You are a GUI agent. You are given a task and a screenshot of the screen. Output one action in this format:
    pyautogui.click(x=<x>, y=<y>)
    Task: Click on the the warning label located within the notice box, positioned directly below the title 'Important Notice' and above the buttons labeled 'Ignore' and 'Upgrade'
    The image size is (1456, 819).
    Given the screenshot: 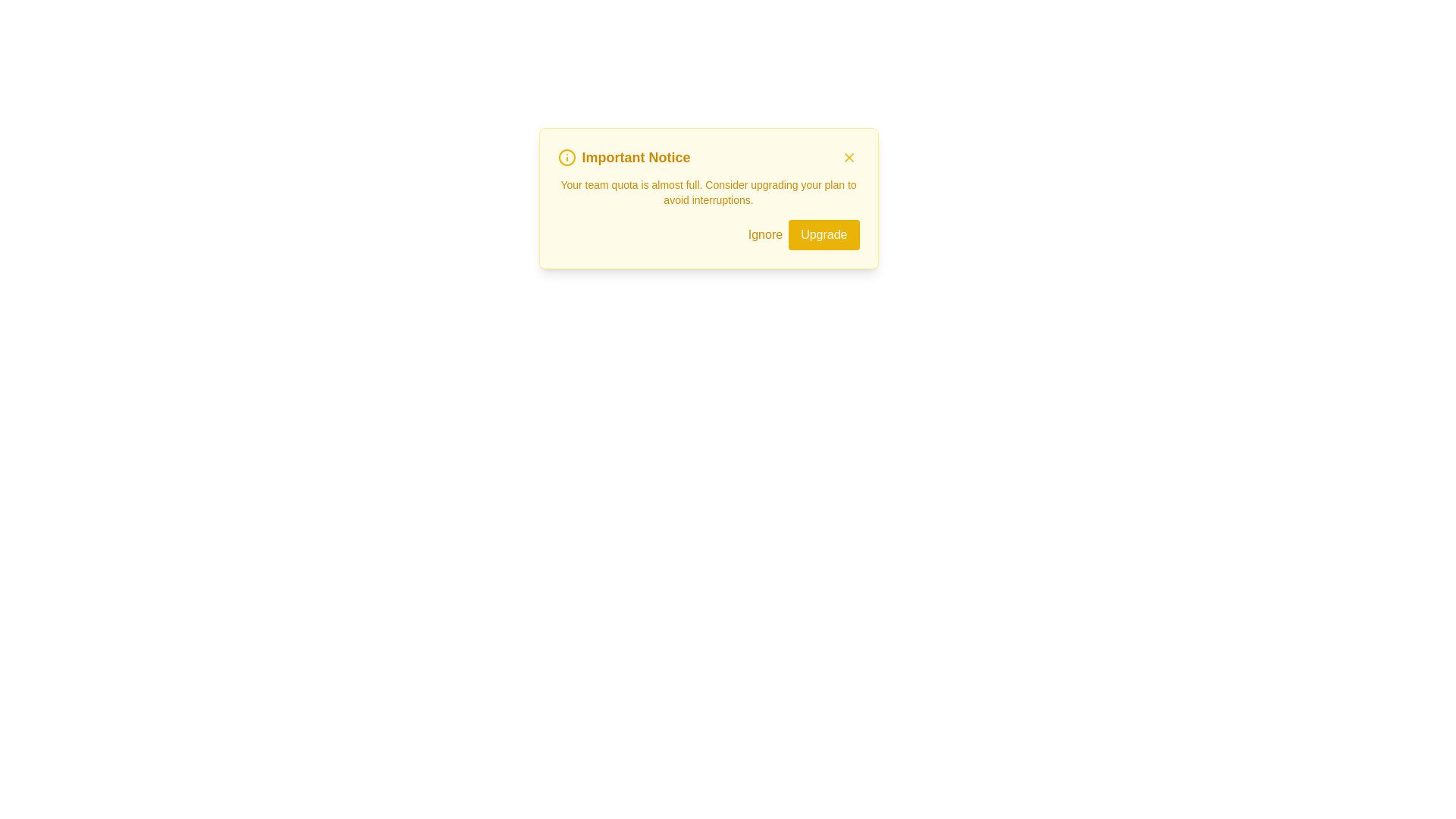 What is the action you would take?
    pyautogui.click(x=708, y=192)
    